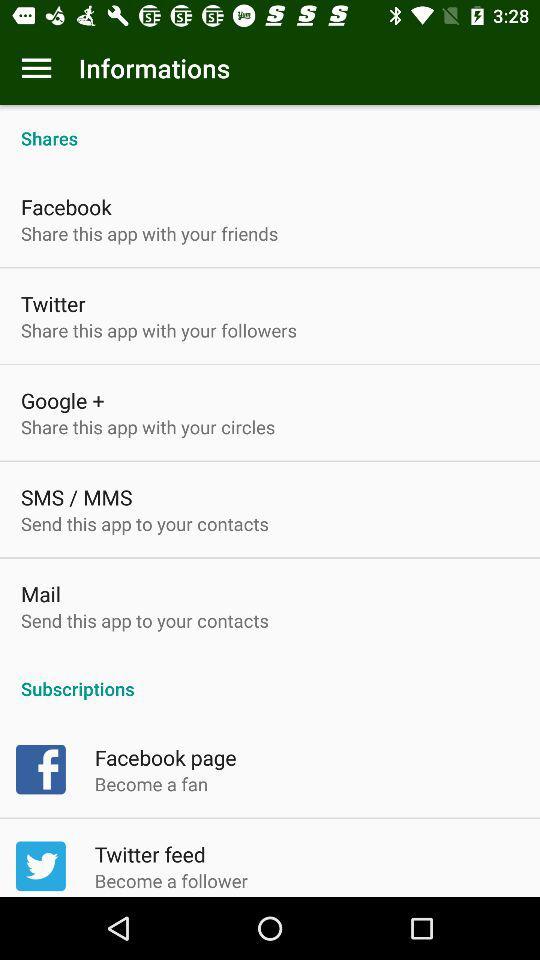 The height and width of the screenshot is (960, 540). Describe the element at coordinates (270, 126) in the screenshot. I see `item above the facebook item` at that location.